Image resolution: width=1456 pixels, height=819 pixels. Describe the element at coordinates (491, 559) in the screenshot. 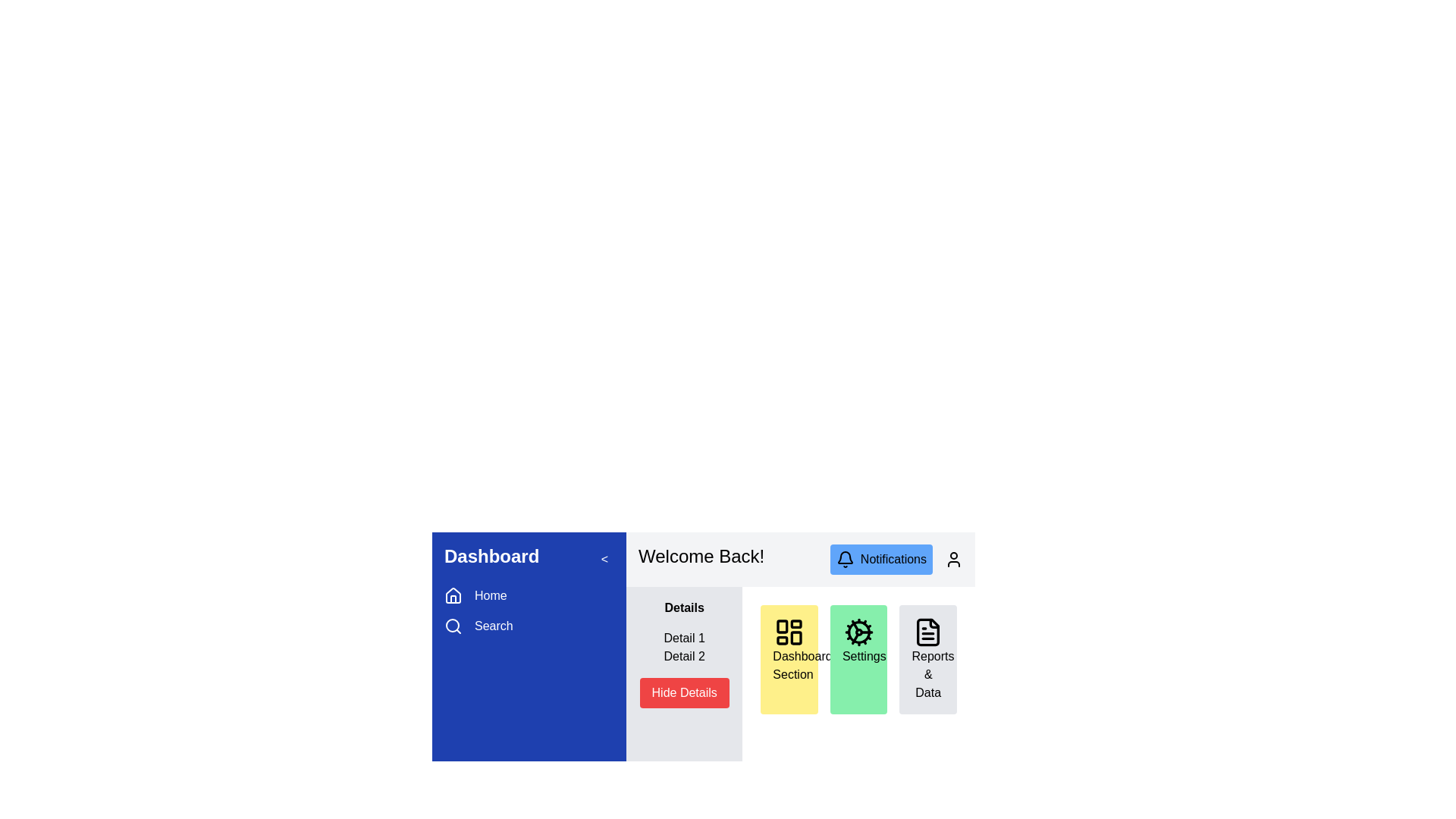

I see `the 'Dashboard' text label which is bold and large, positioned on a blue background in the top-left area of the application layout` at that location.